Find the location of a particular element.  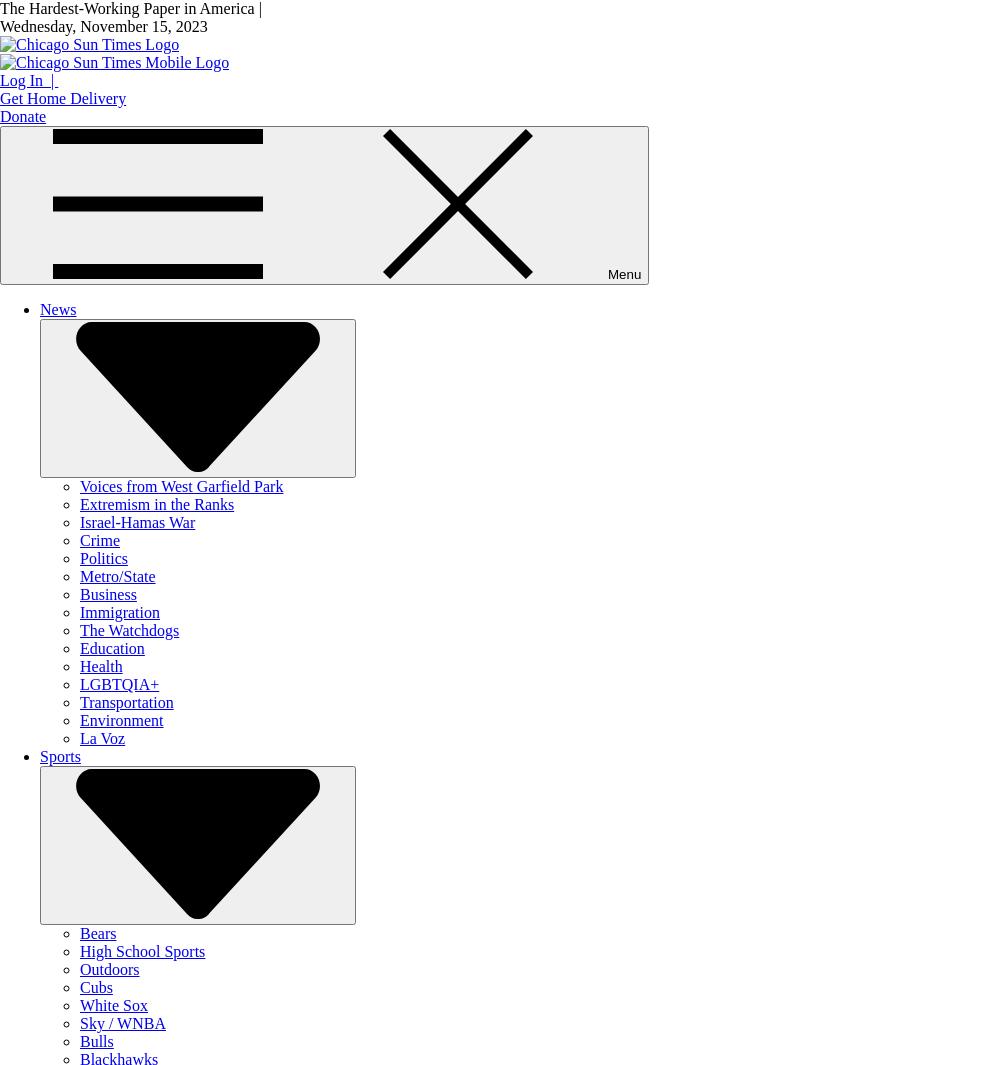

'Get Home Delivery' is located at coordinates (62, 97).